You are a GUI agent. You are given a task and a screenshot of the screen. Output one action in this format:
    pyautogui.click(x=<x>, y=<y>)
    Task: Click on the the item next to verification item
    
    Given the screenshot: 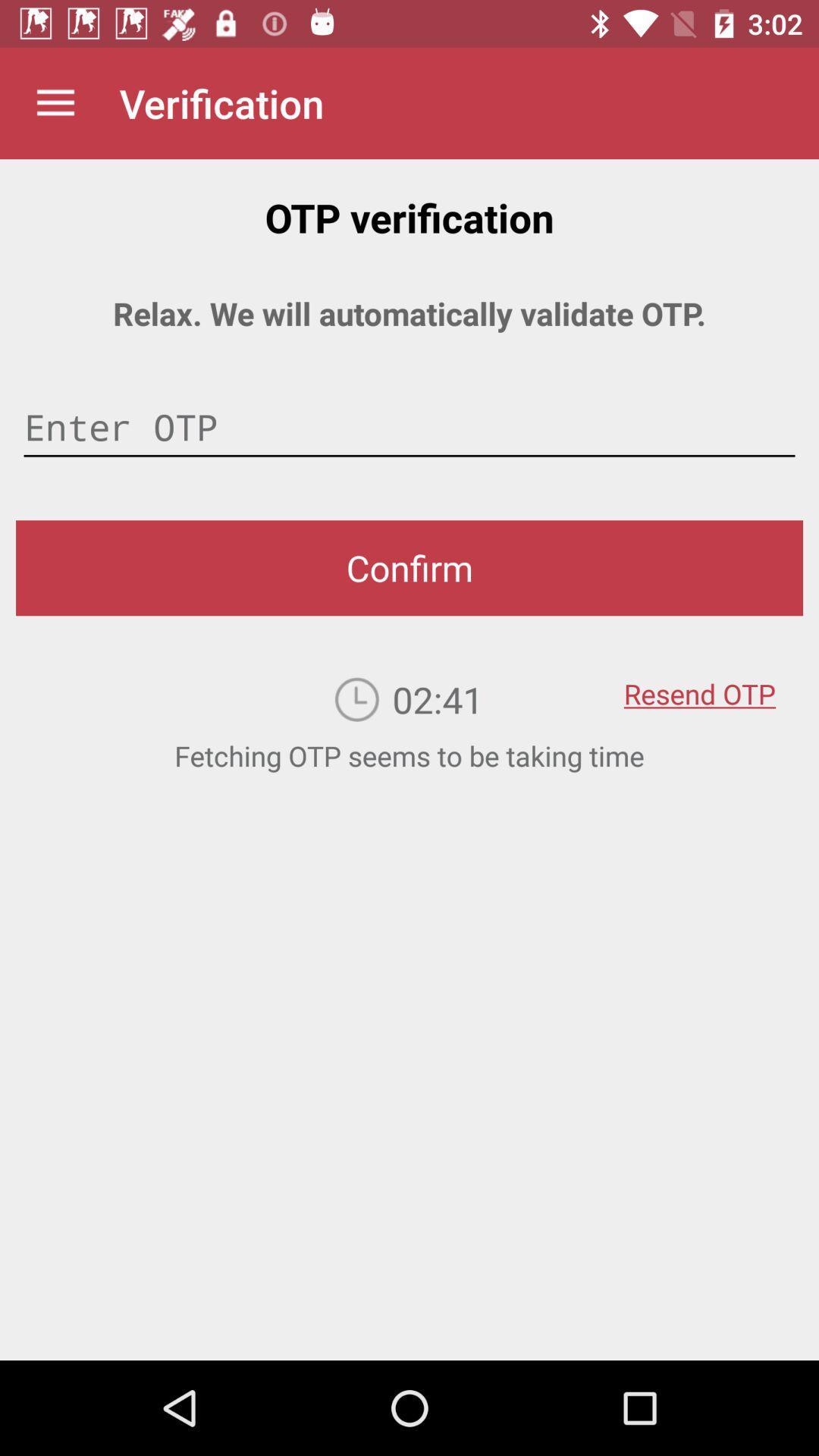 What is the action you would take?
    pyautogui.click(x=55, y=102)
    